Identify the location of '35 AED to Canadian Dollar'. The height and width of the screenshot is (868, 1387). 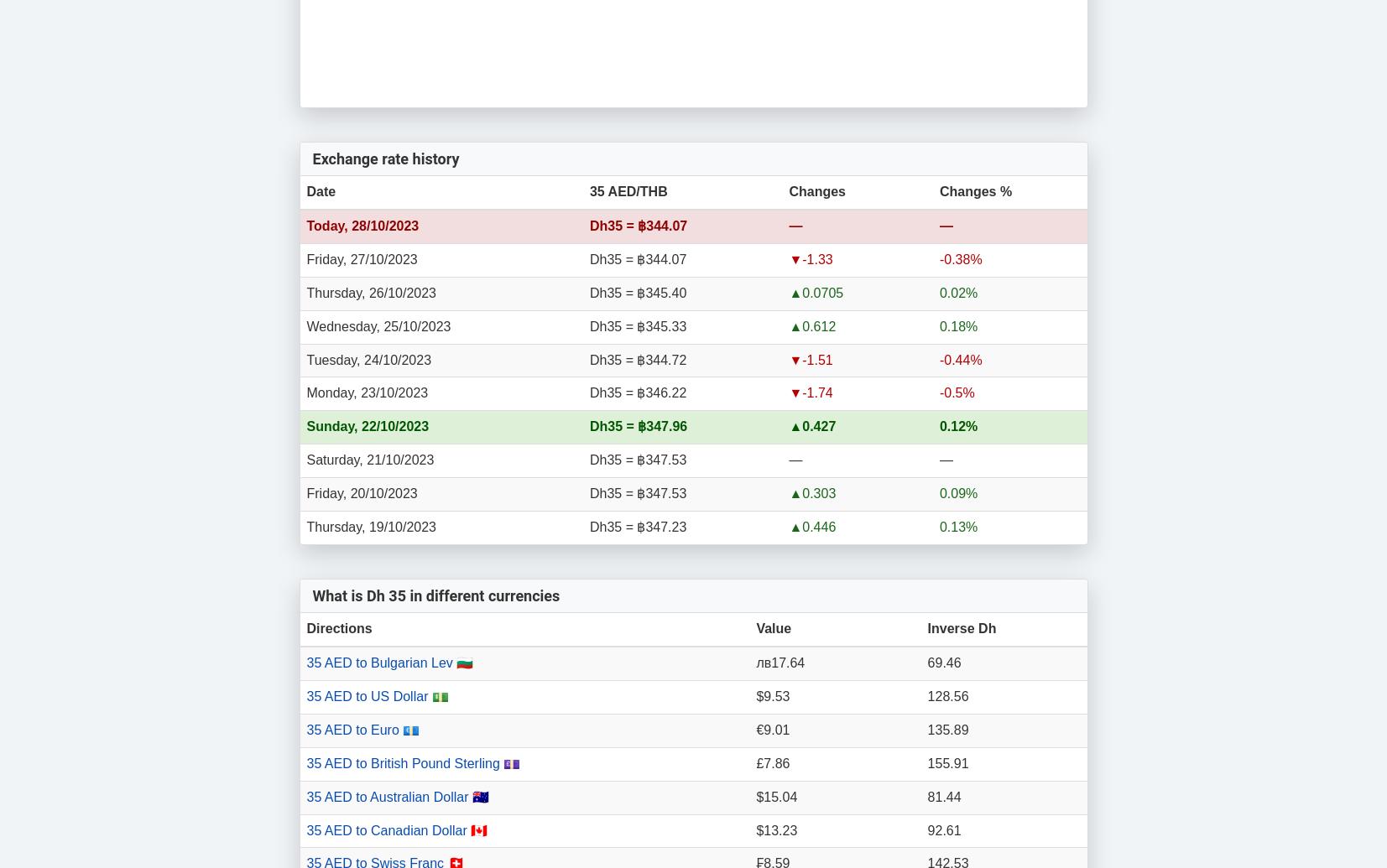
(388, 829).